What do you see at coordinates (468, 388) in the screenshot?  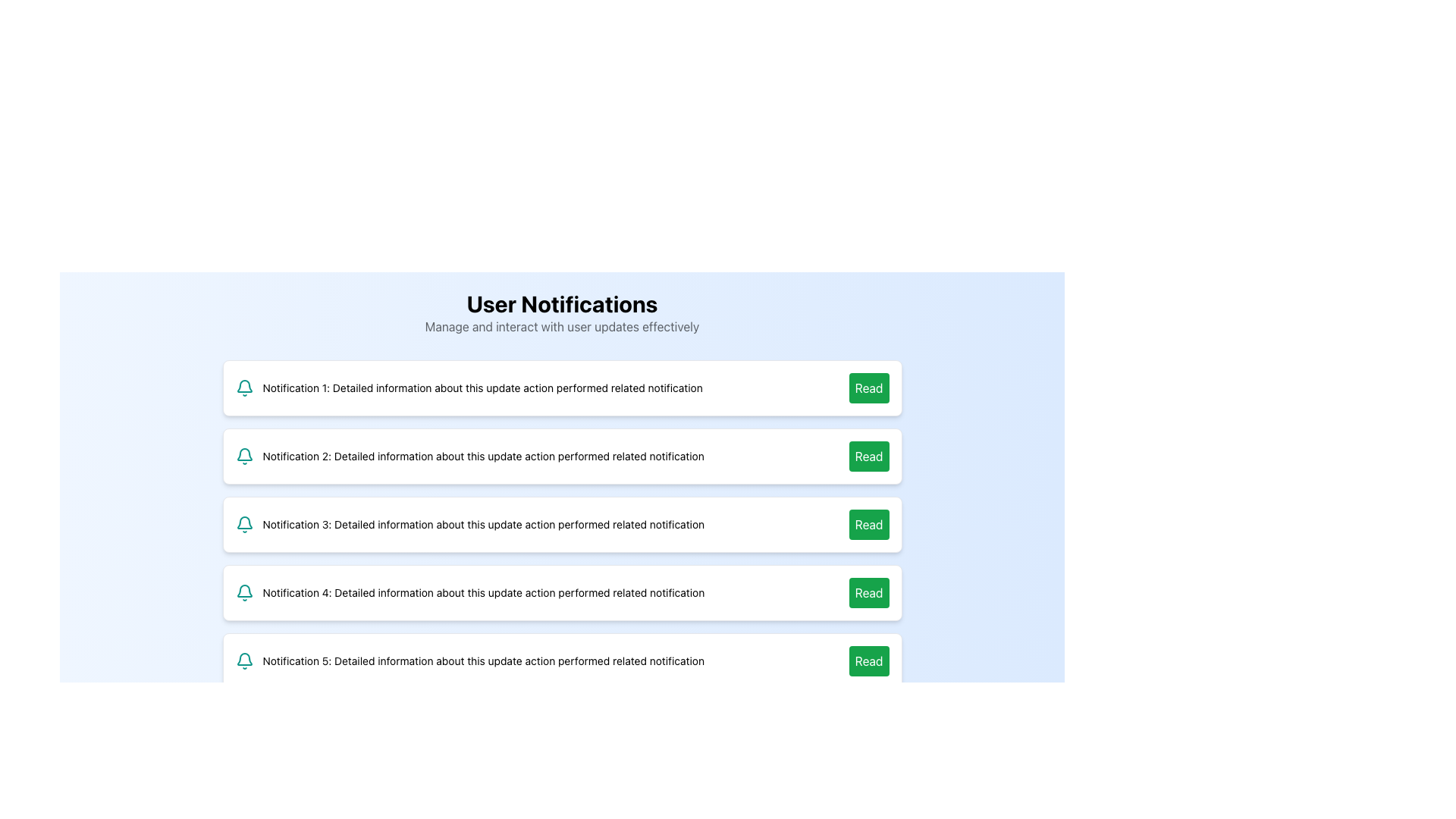 I see `the topmost Notification item in the list of notifications, which provides detailed information about a specific update or action` at bounding box center [468, 388].